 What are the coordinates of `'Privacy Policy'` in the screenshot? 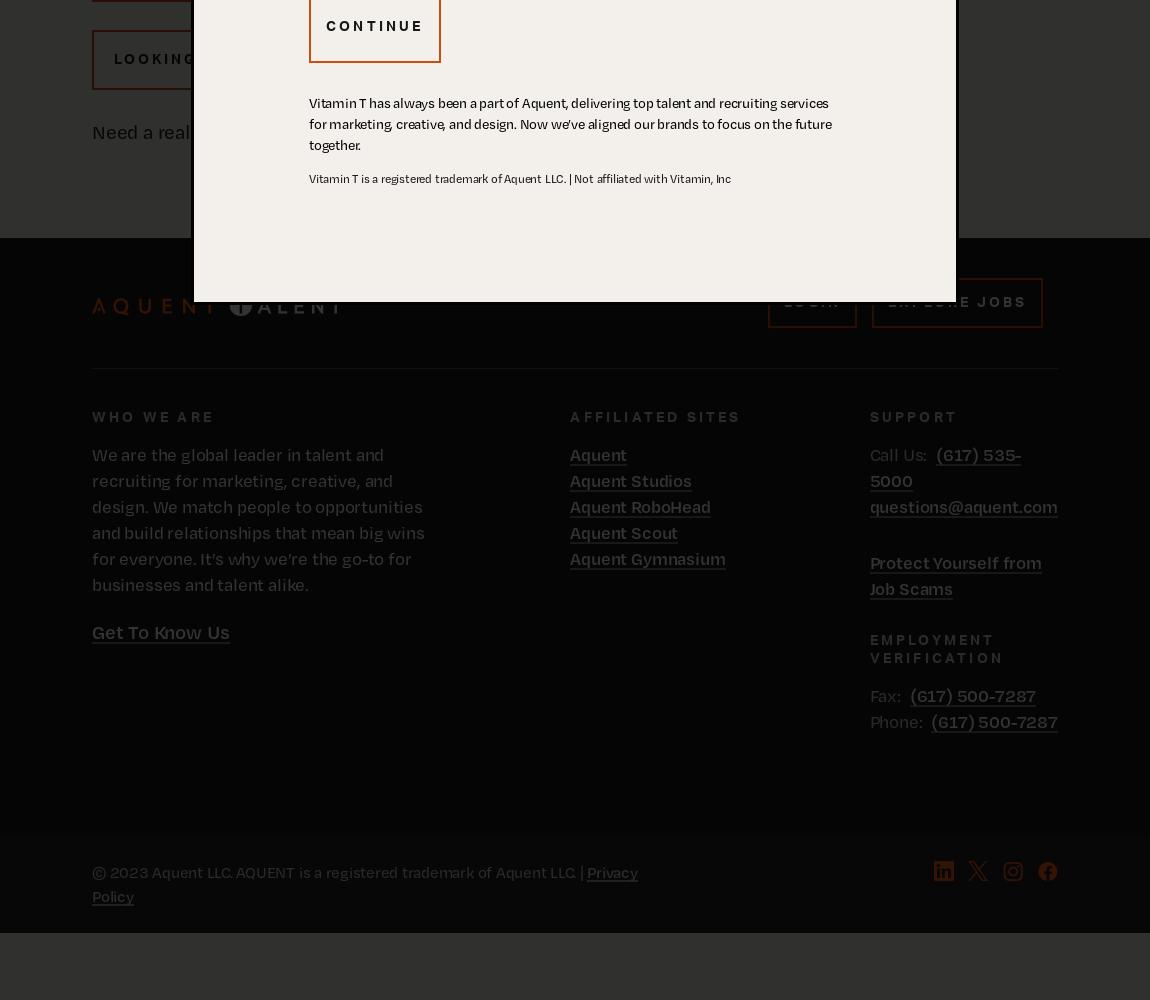 It's located at (364, 884).